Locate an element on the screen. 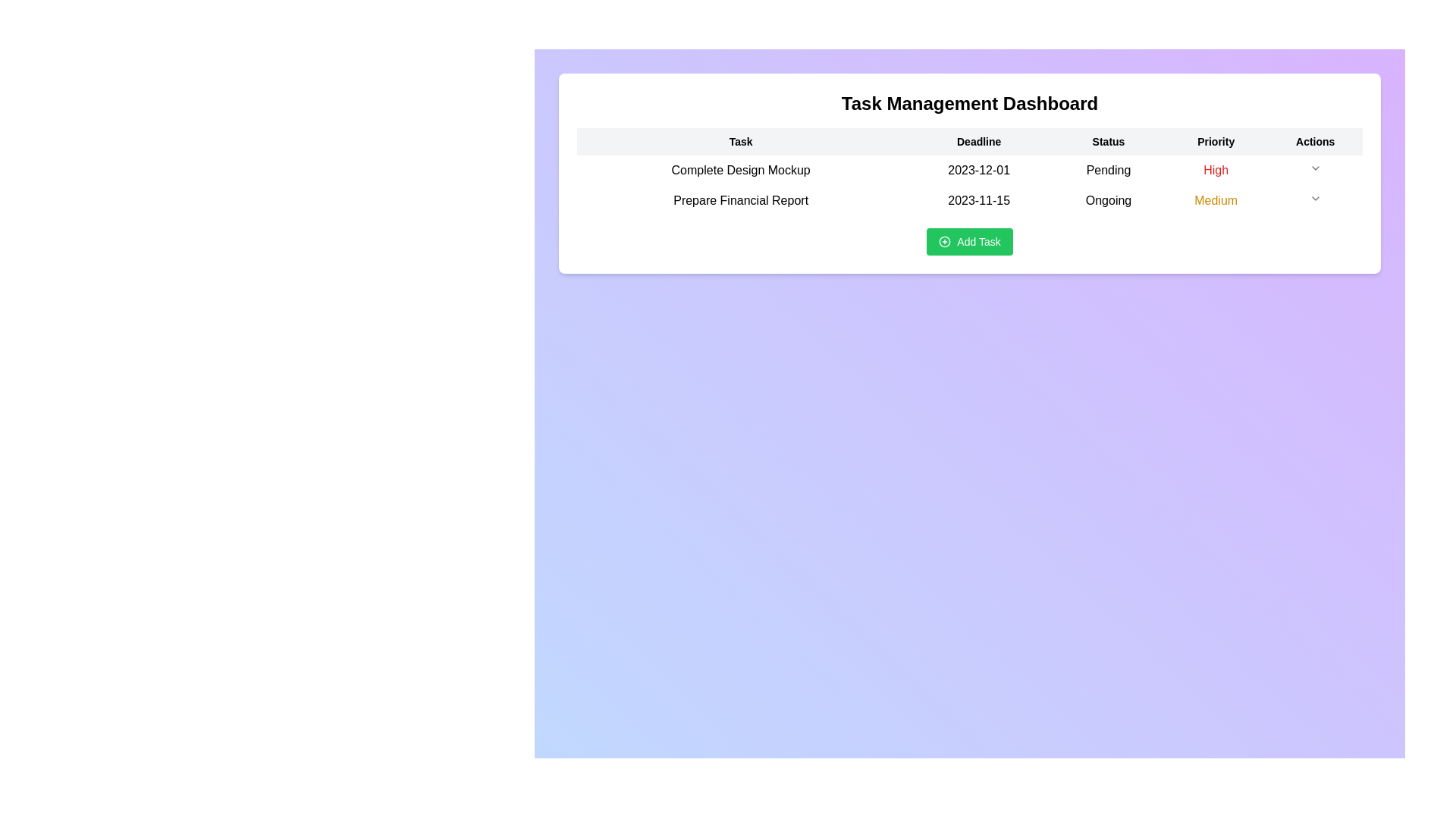 The image size is (1456, 819). text content of the 'Status' label, which is the third header in a row of five headers in a task management dashboard is located at coordinates (1109, 141).